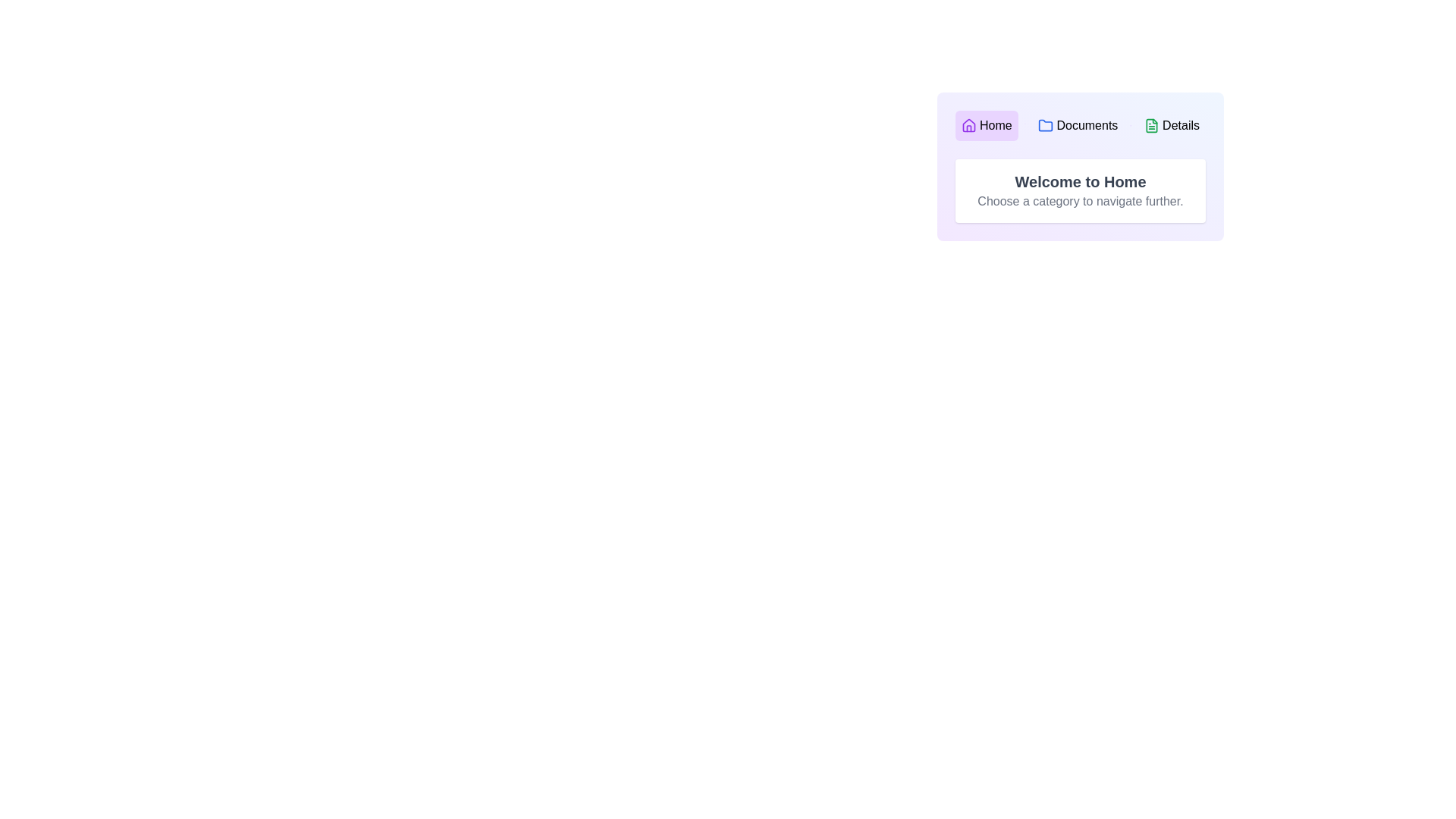  I want to click on the navigational link labeled 'Documents' located in the horizontal navigation bar, positioned to the right of 'Home' and to the left of 'Details', so click(1086, 124).